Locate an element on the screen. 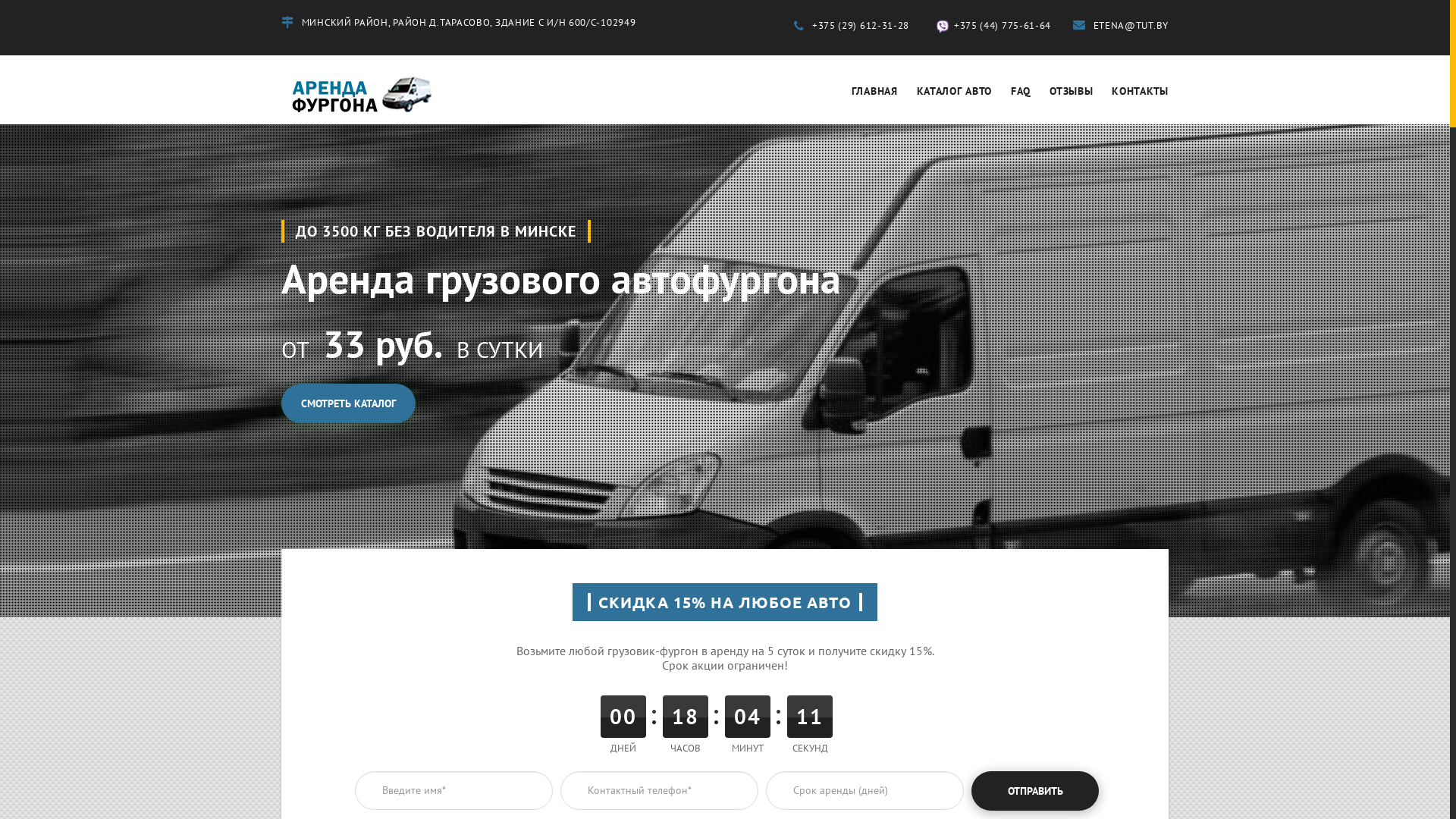  '+375 (29) 612-31-28' is located at coordinates (852, 25).